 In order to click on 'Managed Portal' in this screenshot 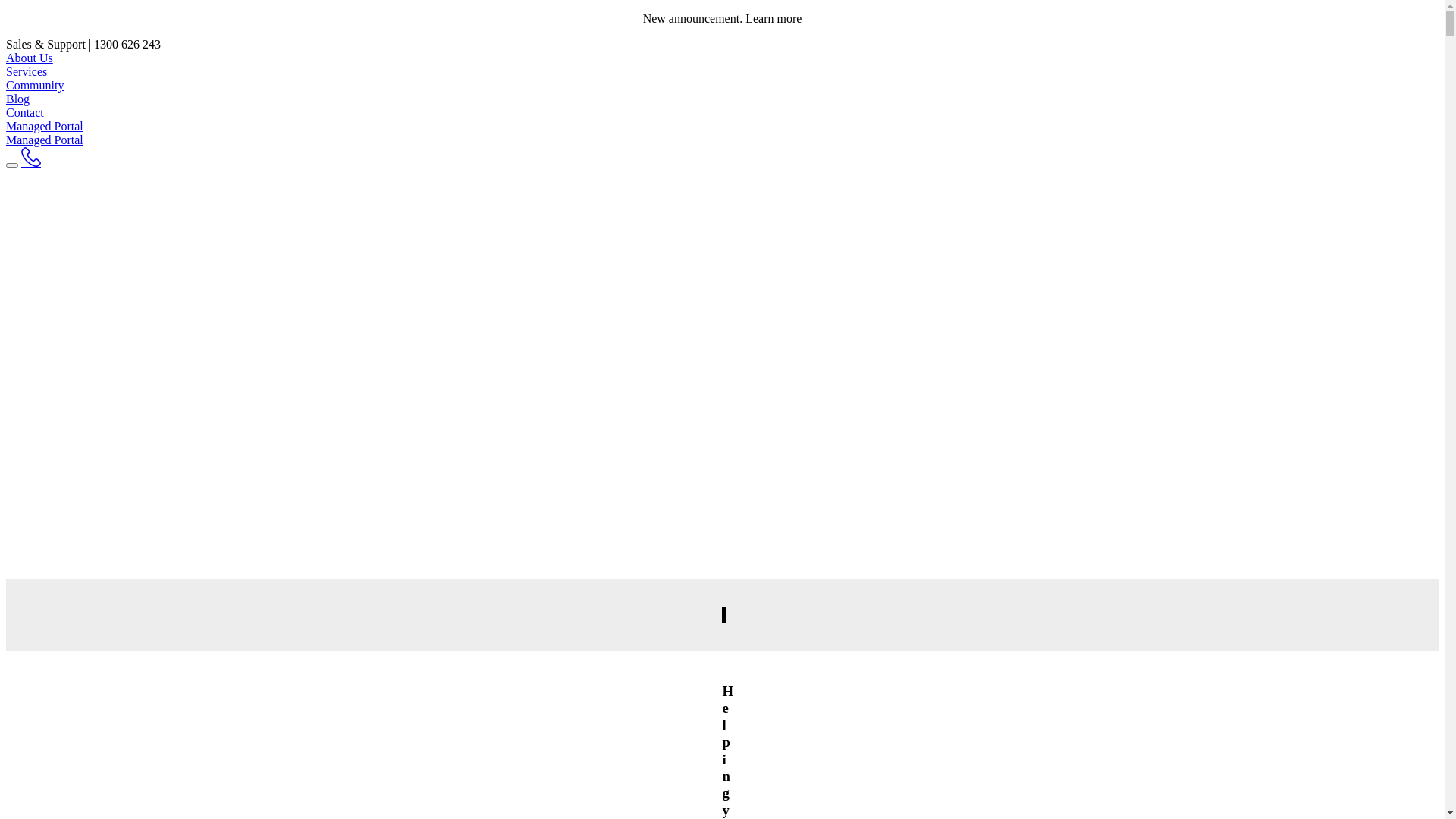, I will do `click(6, 125)`.